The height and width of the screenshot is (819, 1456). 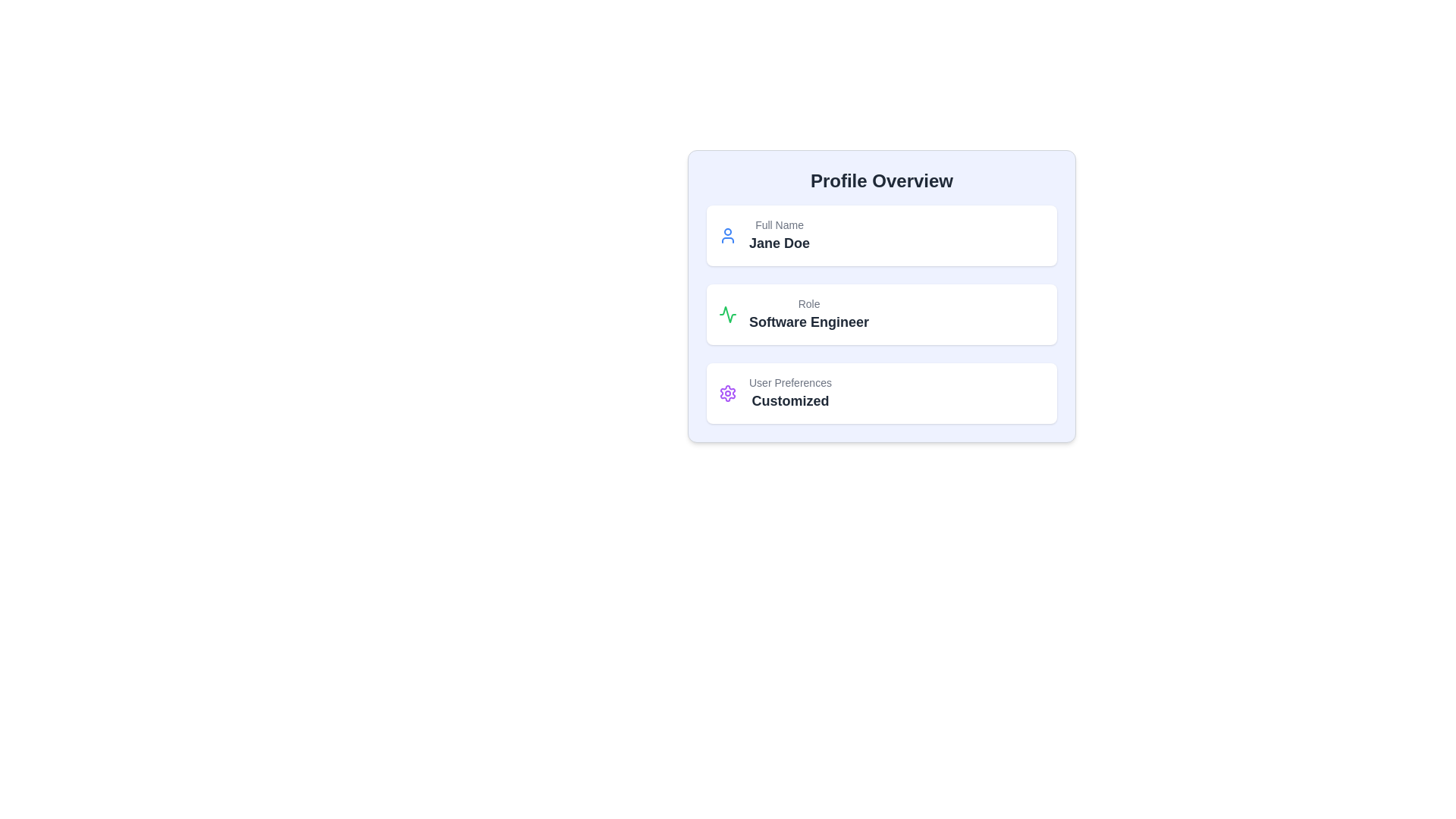 What do you see at coordinates (808, 321) in the screenshot?
I see `the 'Software Engineer' text label located in the 'Role' section of the card, which provides information about the user's job title` at bounding box center [808, 321].